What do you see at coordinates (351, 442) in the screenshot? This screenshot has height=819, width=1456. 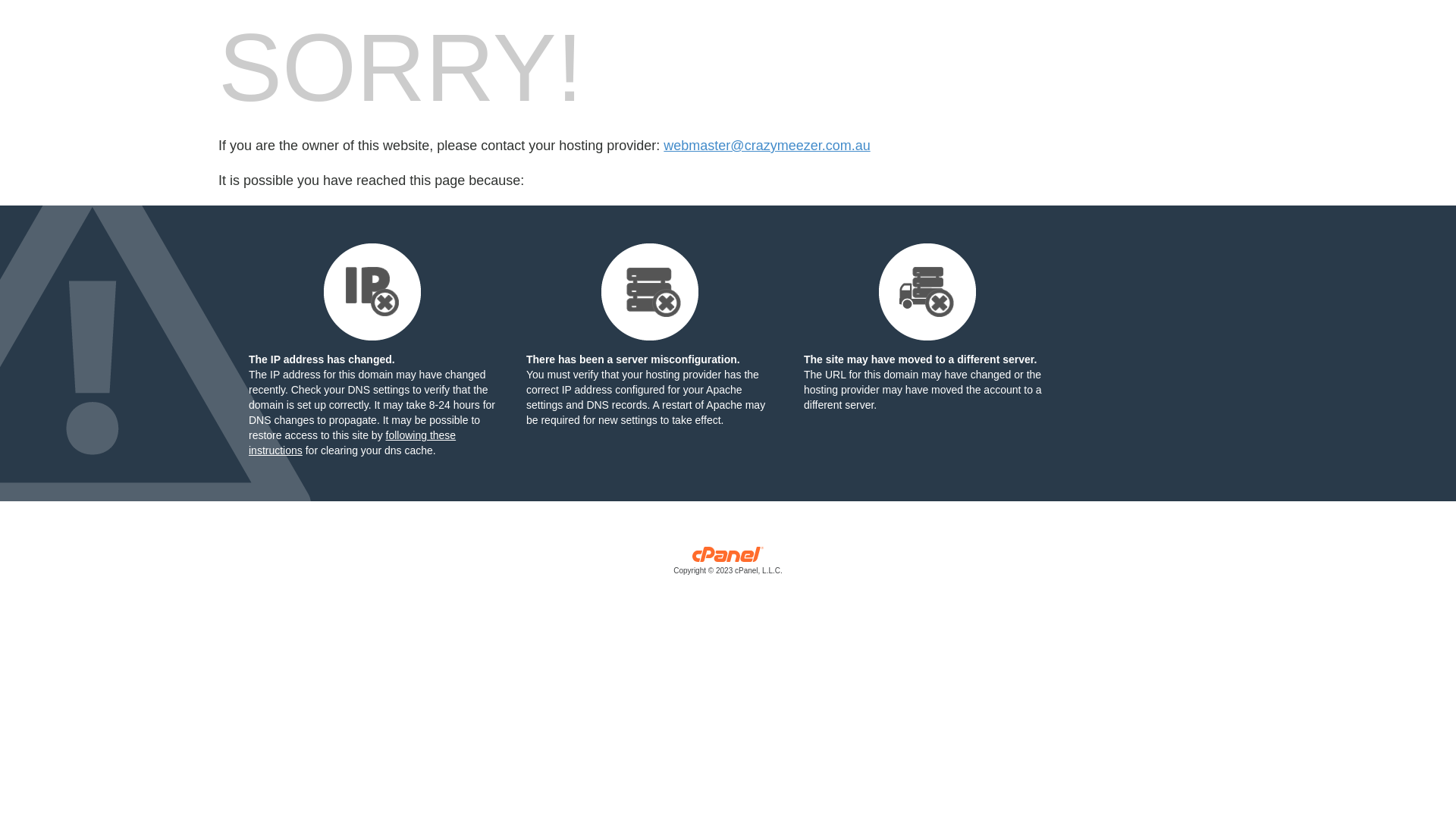 I see `'following these instructions'` at bounding box center [351, 442].